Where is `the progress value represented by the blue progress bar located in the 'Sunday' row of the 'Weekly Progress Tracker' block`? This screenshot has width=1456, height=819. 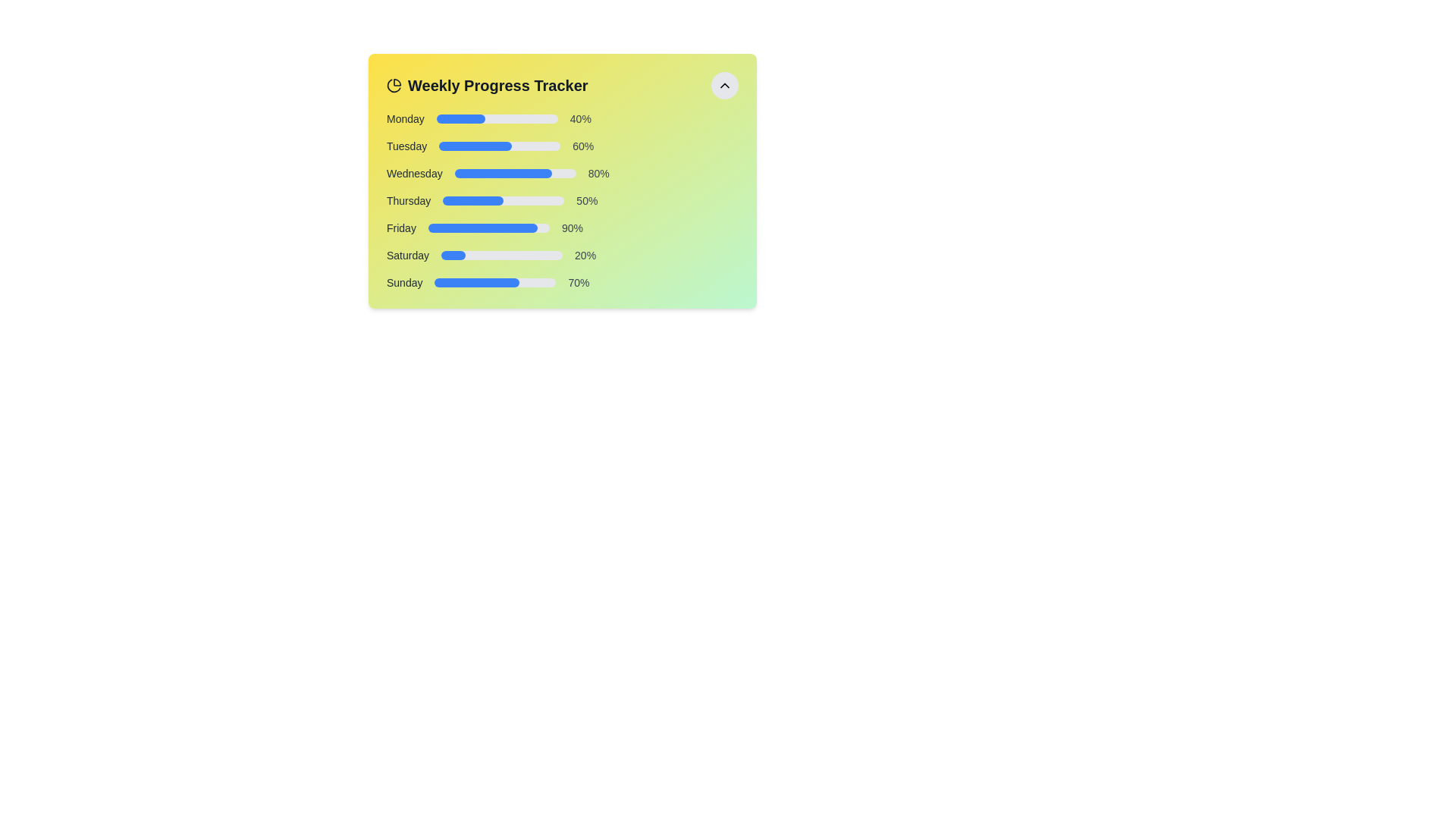
the progress value represented by the blue progress bar located in the 'Sunday' row of the 'Weekly Progress Tracker' block is located at coordinates (476, 283).